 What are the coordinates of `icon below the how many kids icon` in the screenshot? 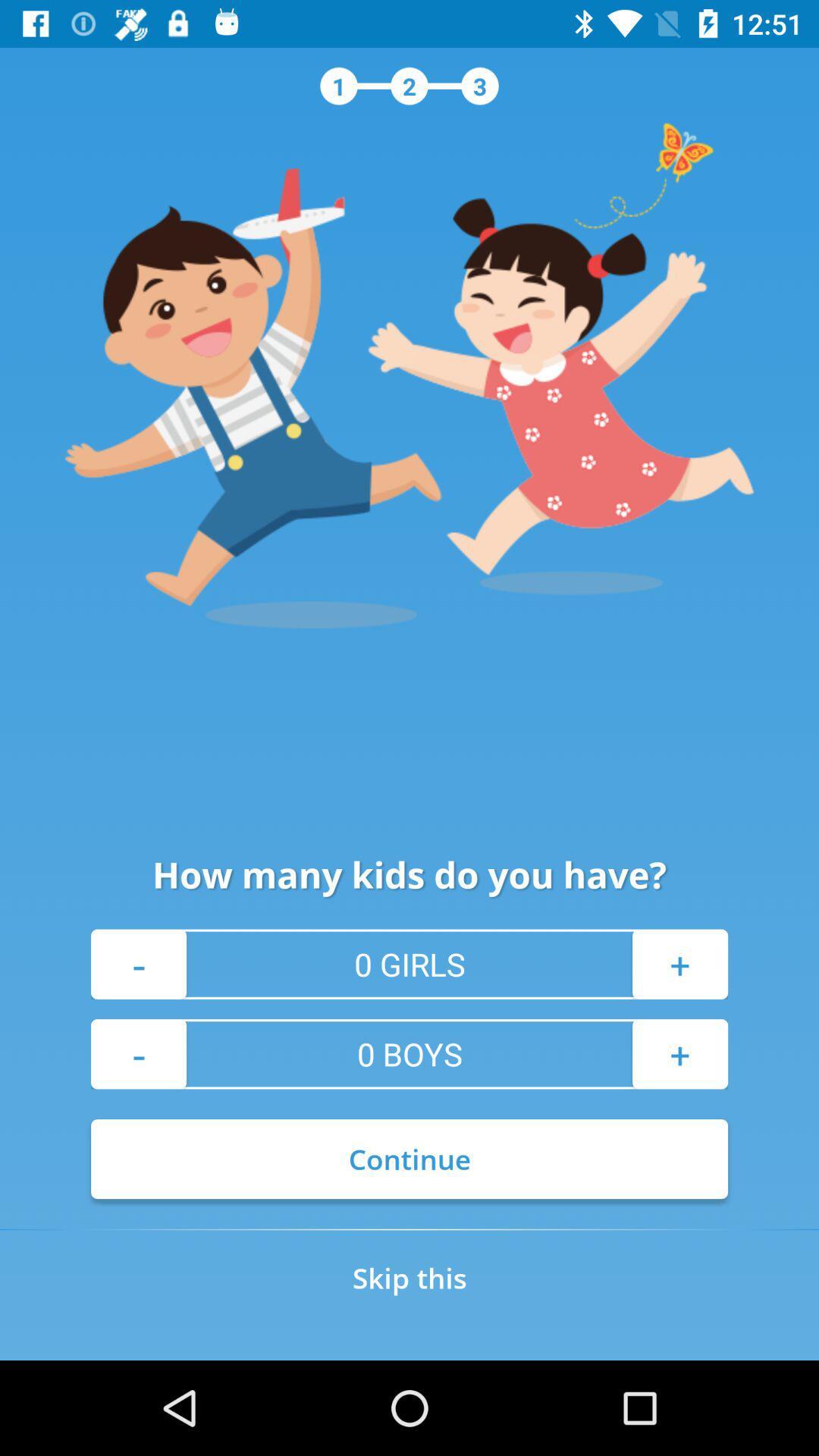 It's located at (138, 963).